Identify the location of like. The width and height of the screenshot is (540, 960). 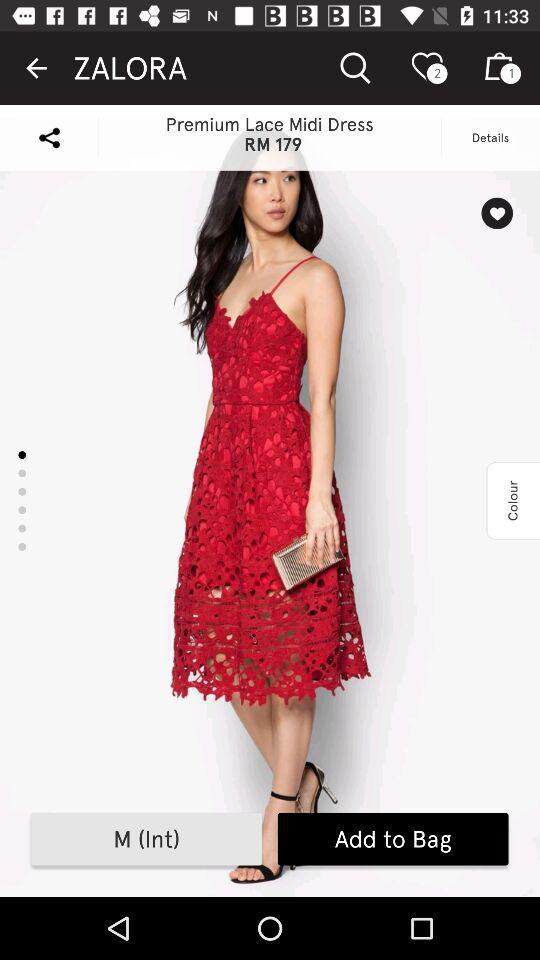
(496, 213).